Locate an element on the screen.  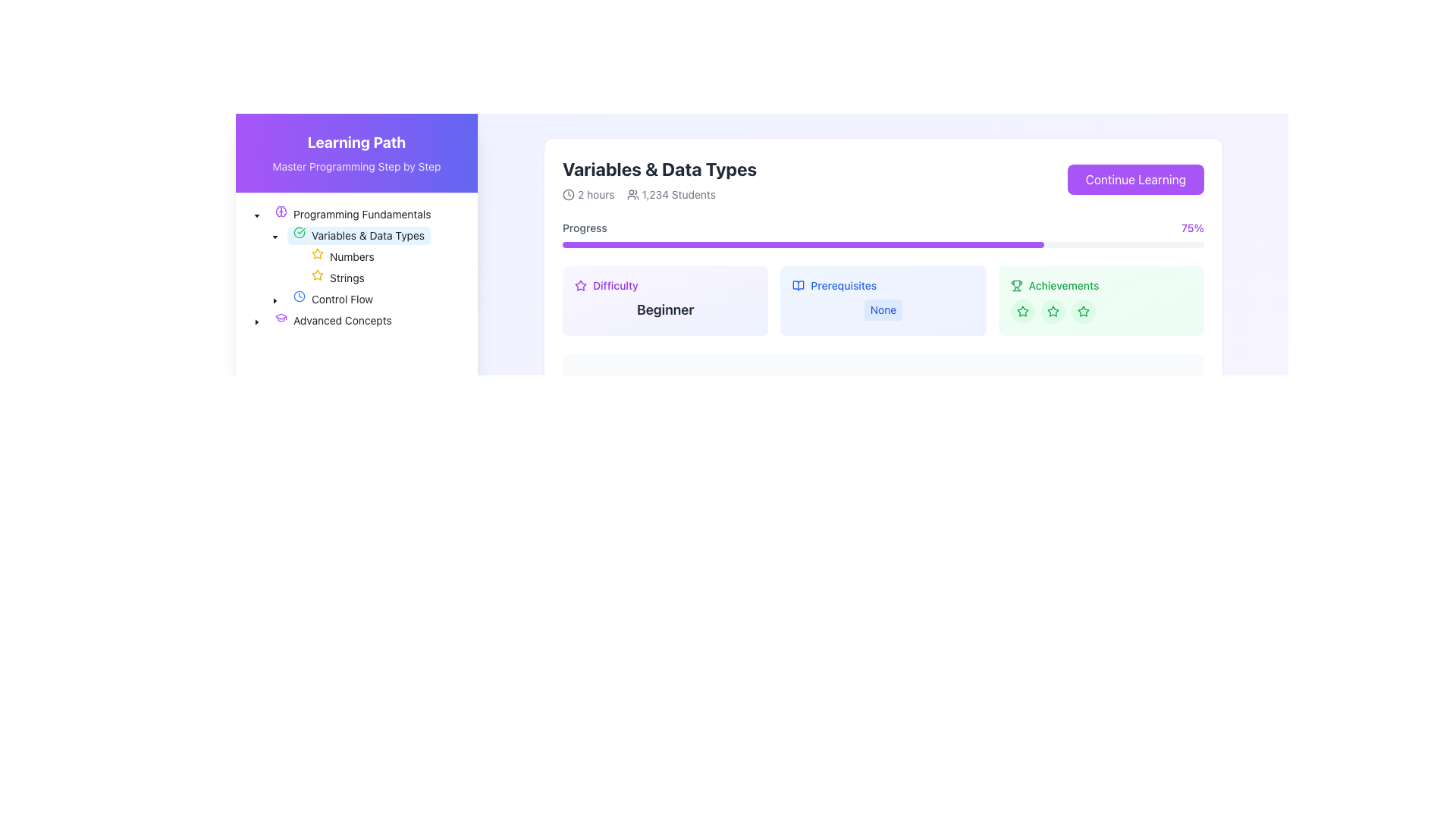
the 'Advanced Concepts' tree node item is located at coordinates (332, 320).